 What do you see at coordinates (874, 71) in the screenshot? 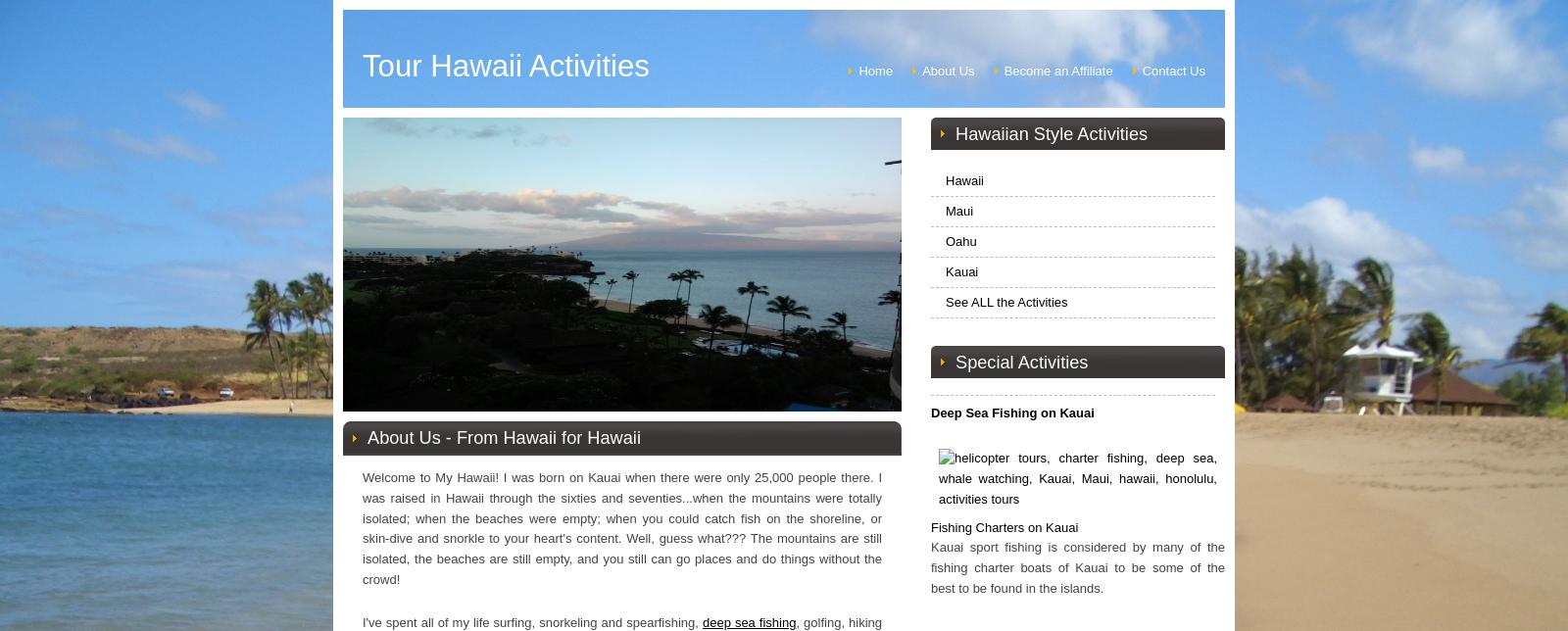
I see `'Home'` at bounding box center [874, 71].